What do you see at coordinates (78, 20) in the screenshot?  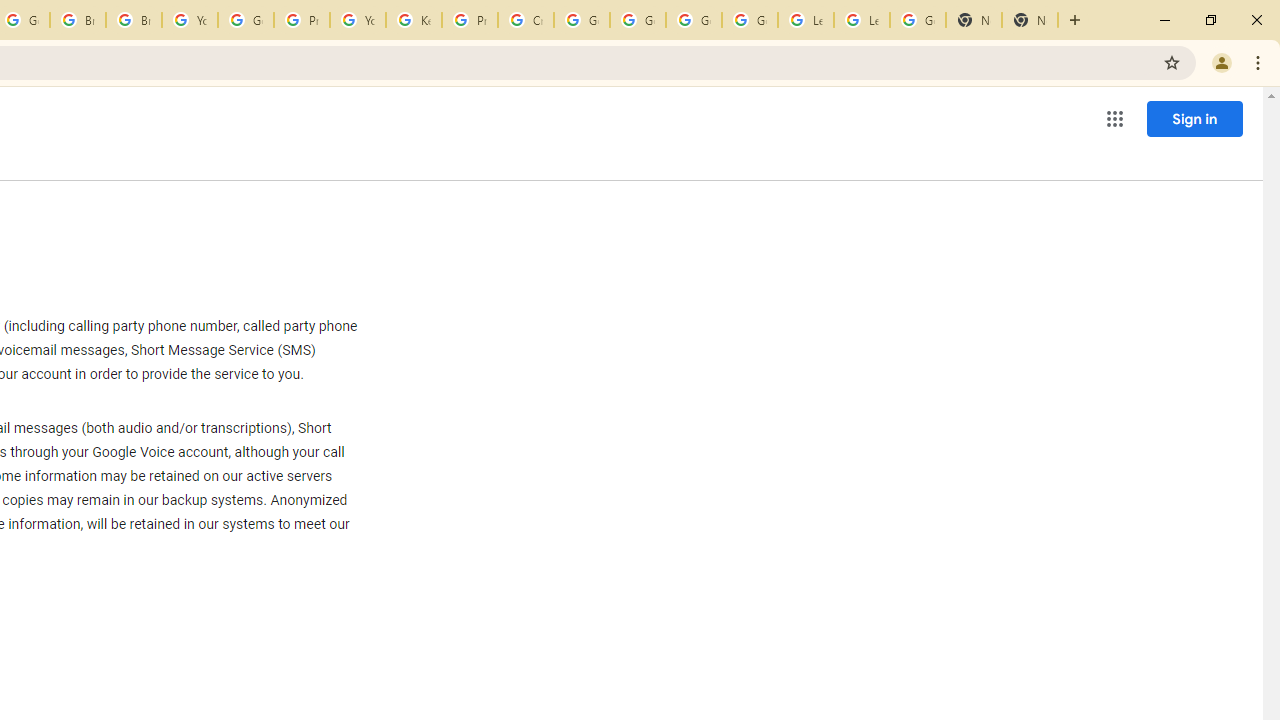 I see `'Brand Resource Center'` at bounding box center [78, 20].